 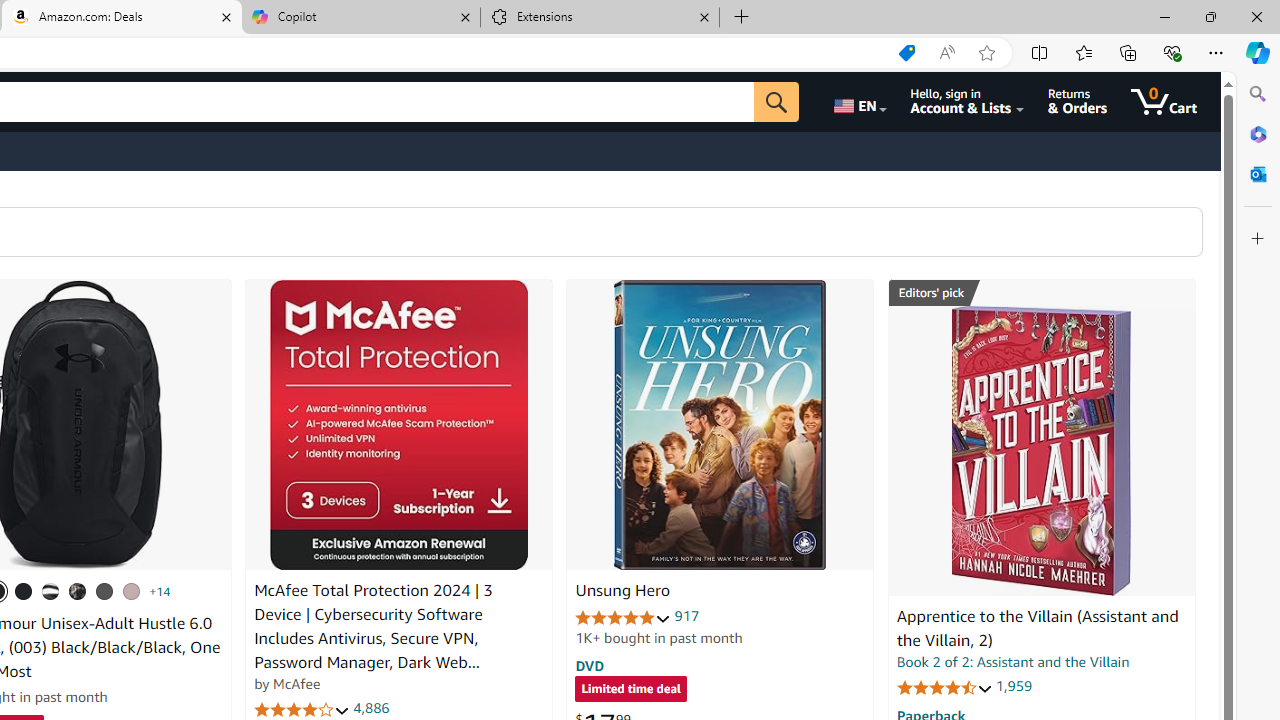 What do you see at coordinates (1164, 16) in the screenshot?
I see `'Minimize'` at bounding box center [1164, 16].